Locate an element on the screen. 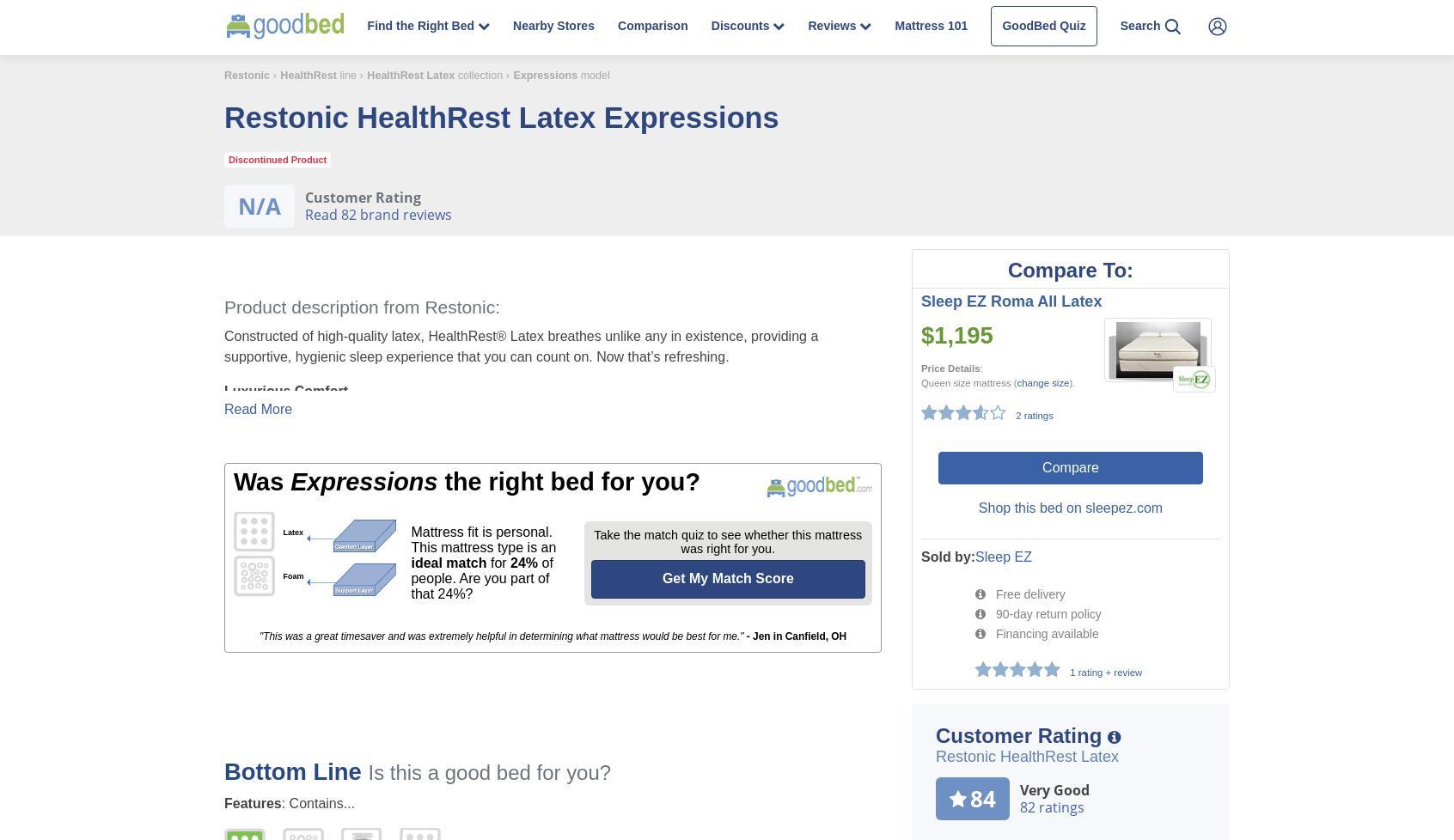 This screenshot has height=840, width=1454. 'change size' is located at coordinates (1042, 381).